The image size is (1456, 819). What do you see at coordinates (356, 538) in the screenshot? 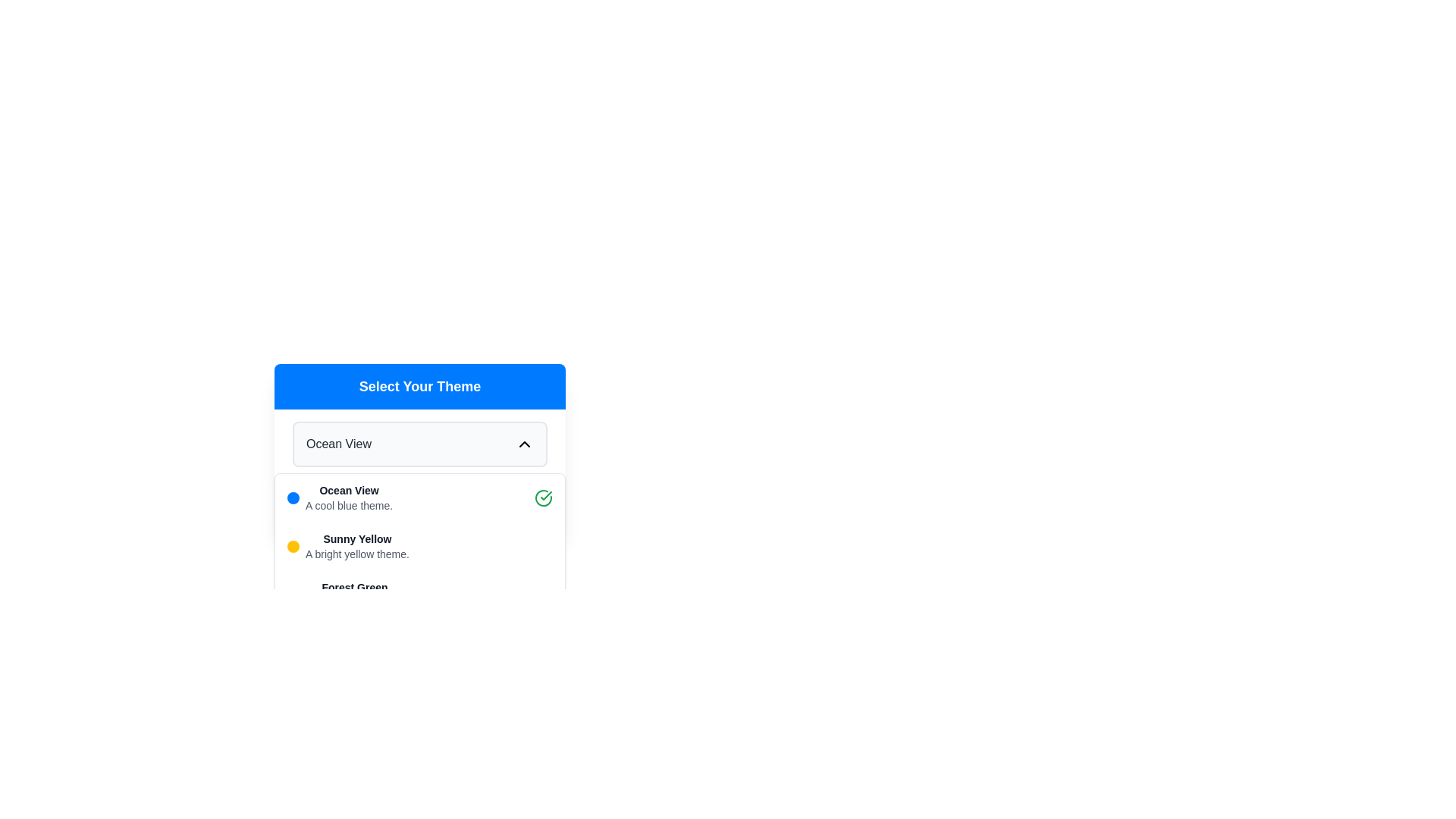
I see `the 'Sunny Yellow' text label, which is the second item in the theme selection list under 'Select Your Theme.'` at bounding box center [356, 538].